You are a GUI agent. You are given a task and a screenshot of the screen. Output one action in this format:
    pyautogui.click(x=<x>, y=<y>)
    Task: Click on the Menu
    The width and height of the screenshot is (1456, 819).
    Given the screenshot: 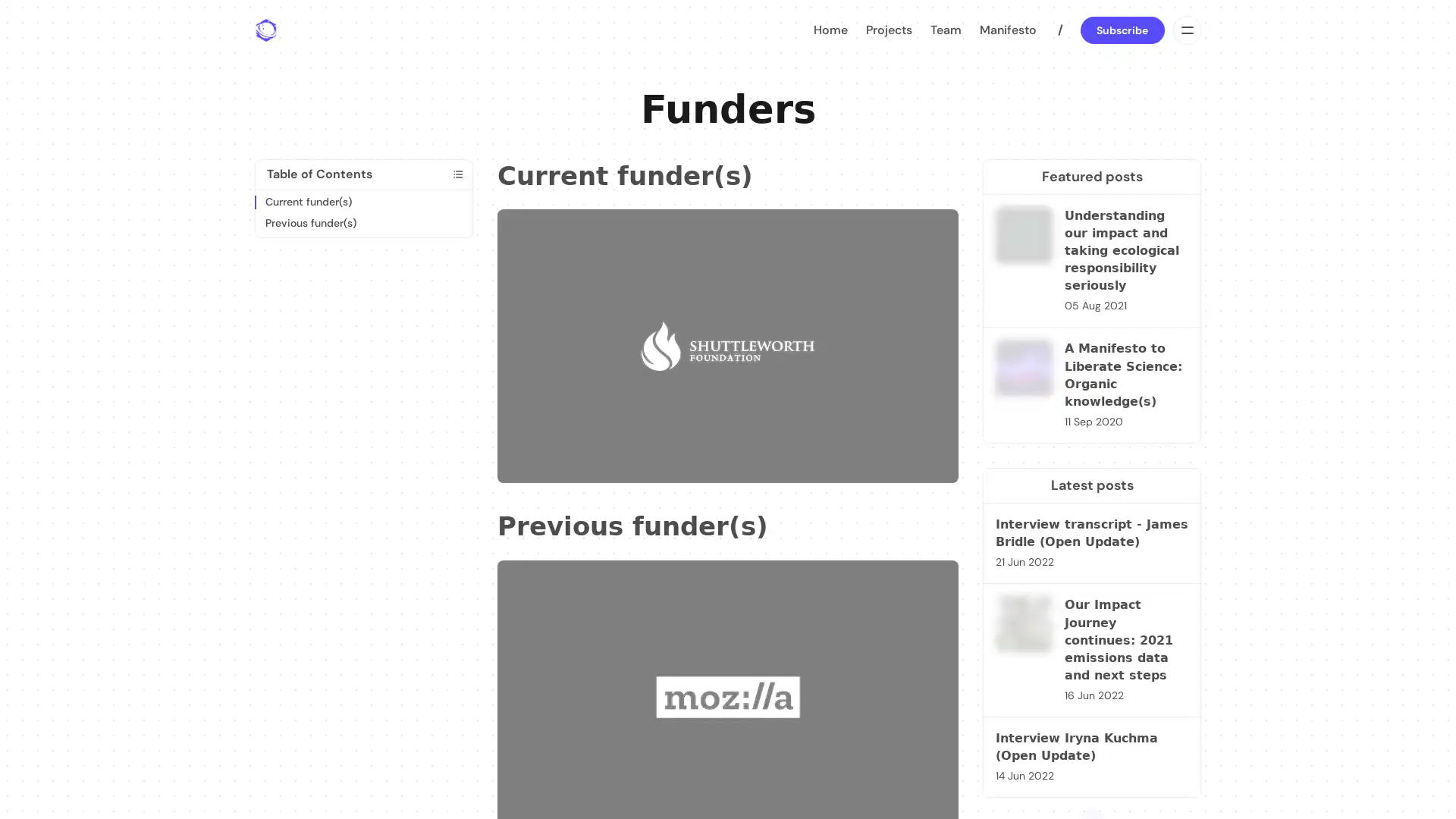 What is the action you would take?
    pyautogui.click(x=1185, y=30)
    